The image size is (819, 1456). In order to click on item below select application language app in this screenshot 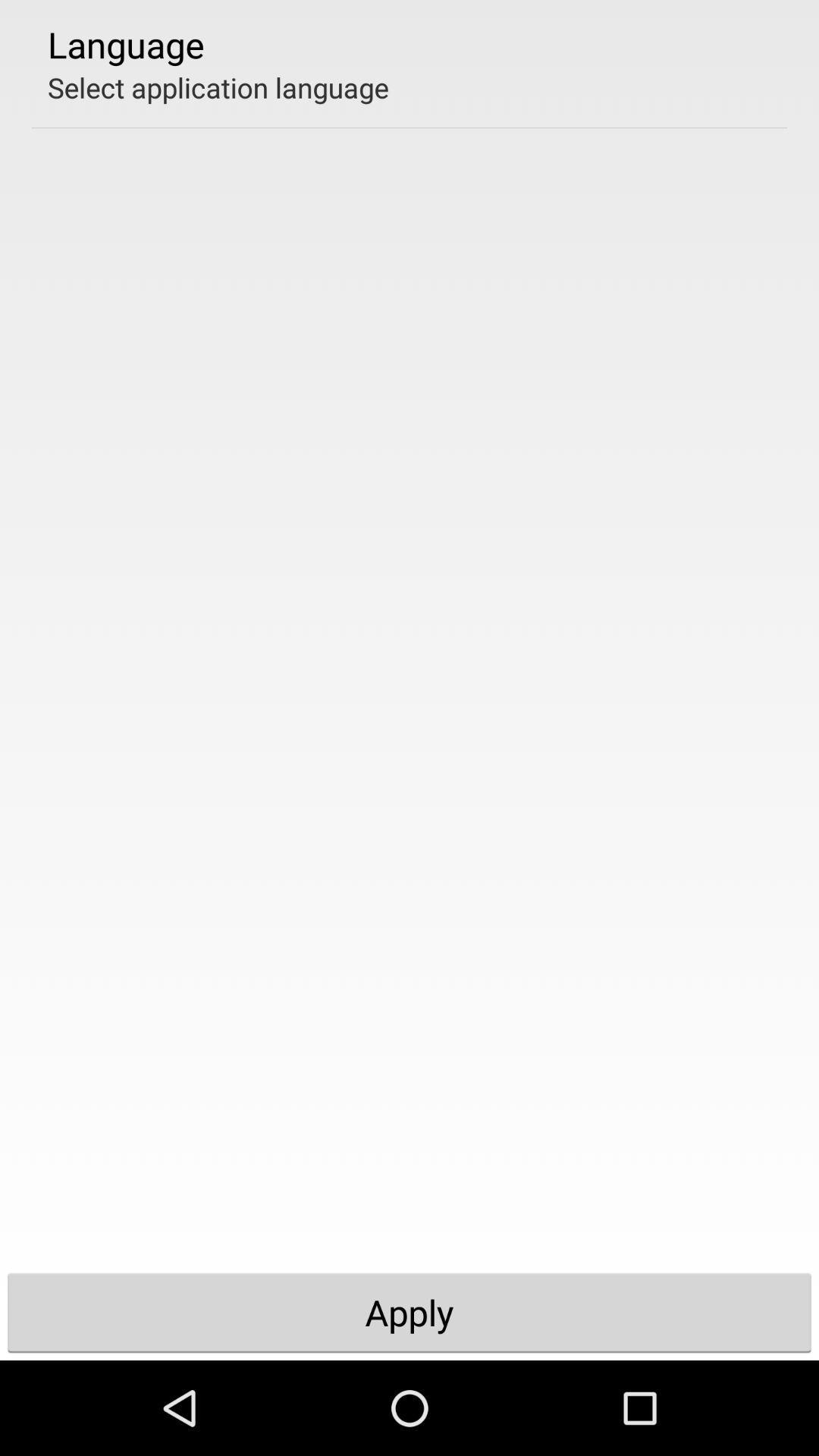, I will do `click(409, 1312)`.